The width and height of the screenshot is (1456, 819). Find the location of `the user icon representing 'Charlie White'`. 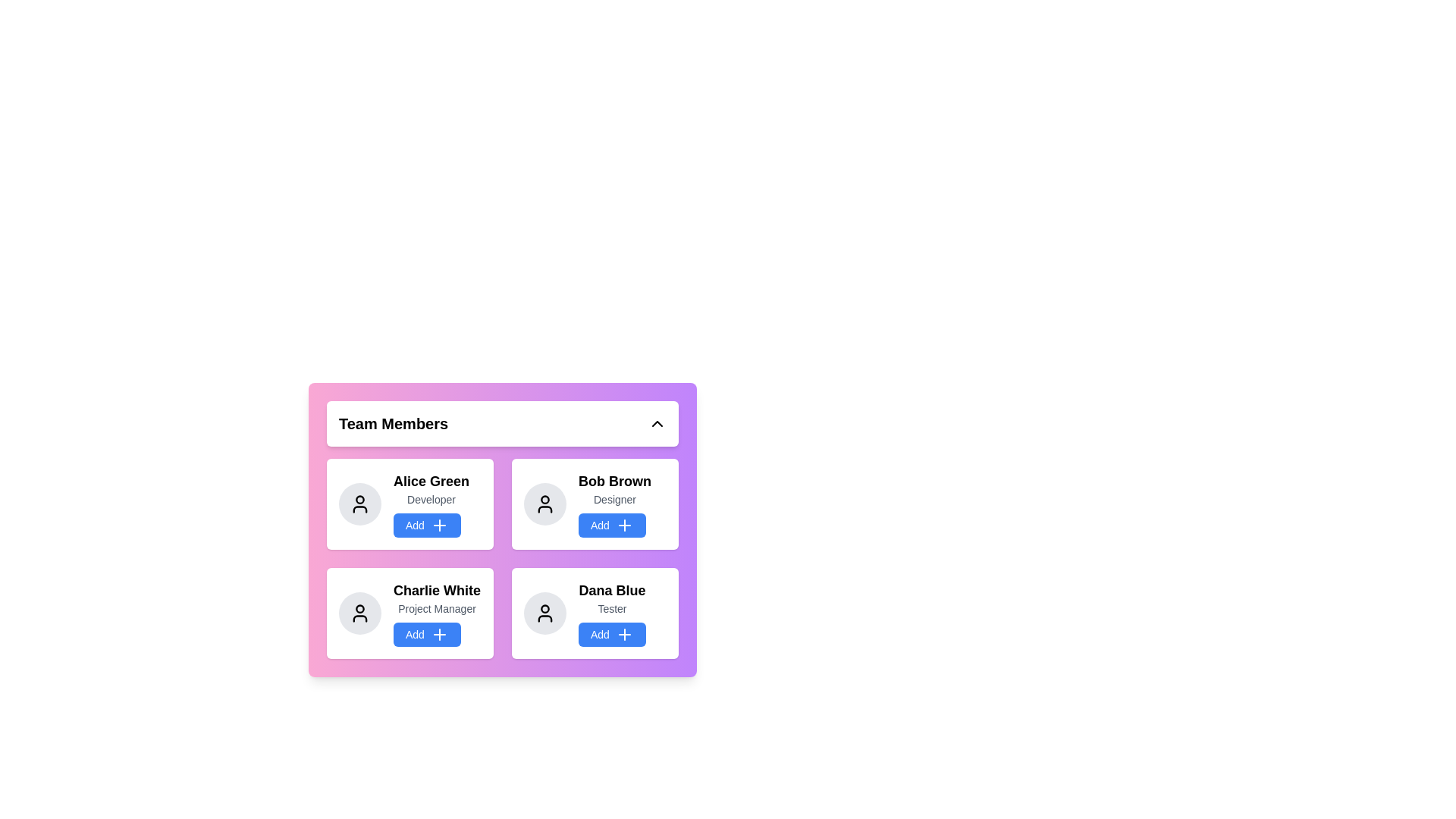

the user icon representing 'Charlie White' is located at coordinates (359, 613).